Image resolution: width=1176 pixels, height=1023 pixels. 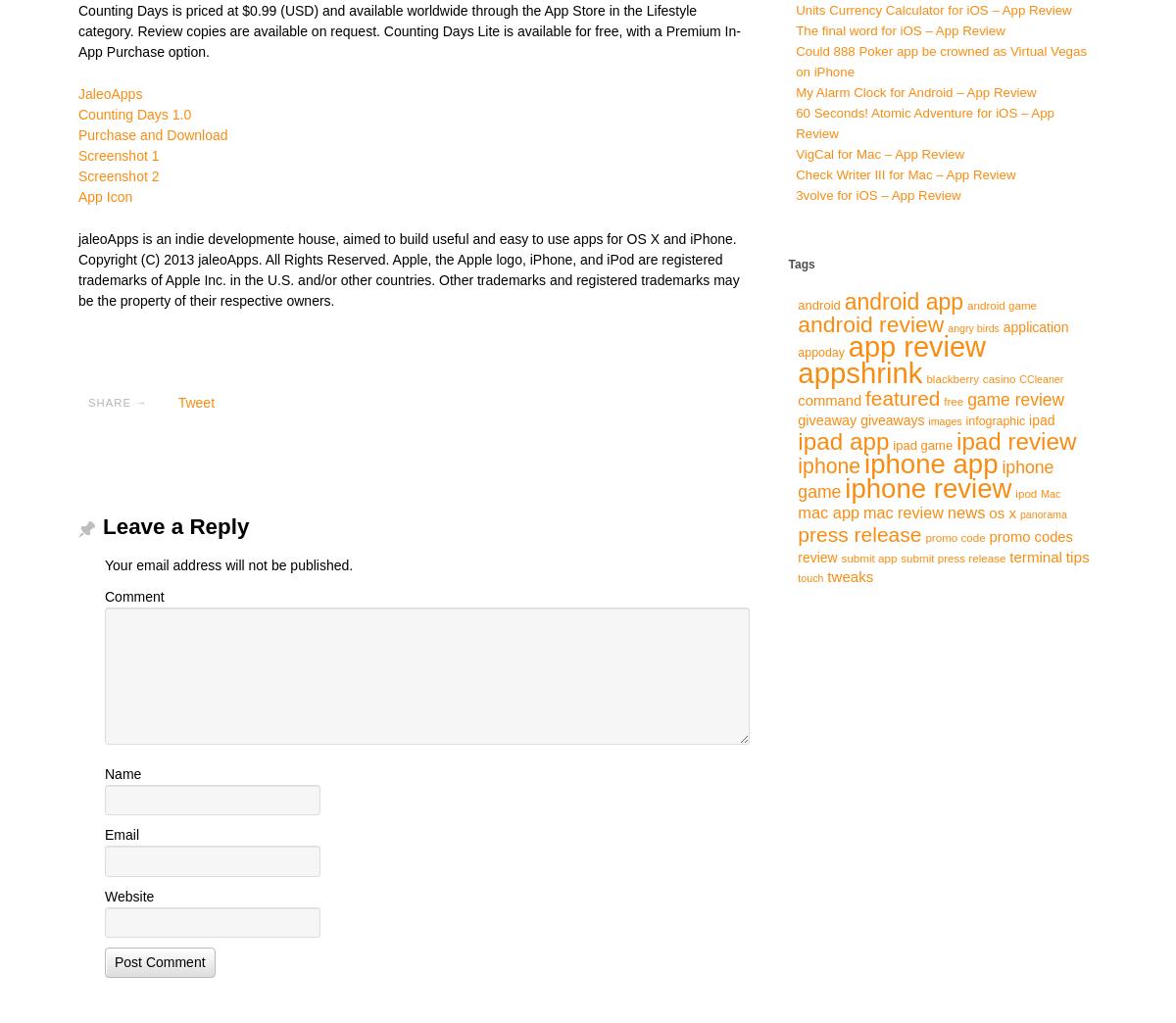 I want to click on 'android', so click(x=817, y=304).